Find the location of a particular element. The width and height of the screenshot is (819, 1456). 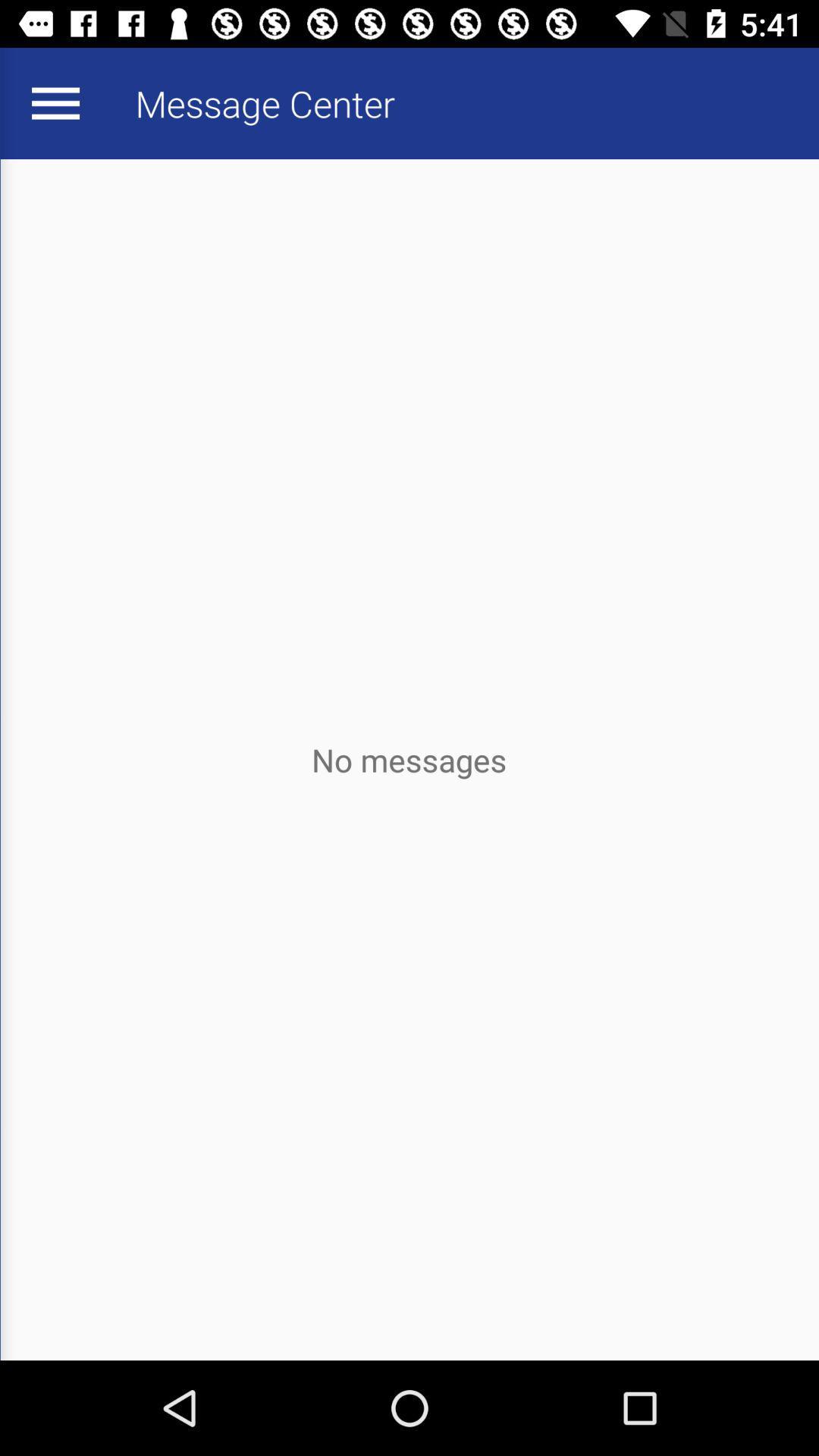

access apps manue is located at coordinates (55, 102).